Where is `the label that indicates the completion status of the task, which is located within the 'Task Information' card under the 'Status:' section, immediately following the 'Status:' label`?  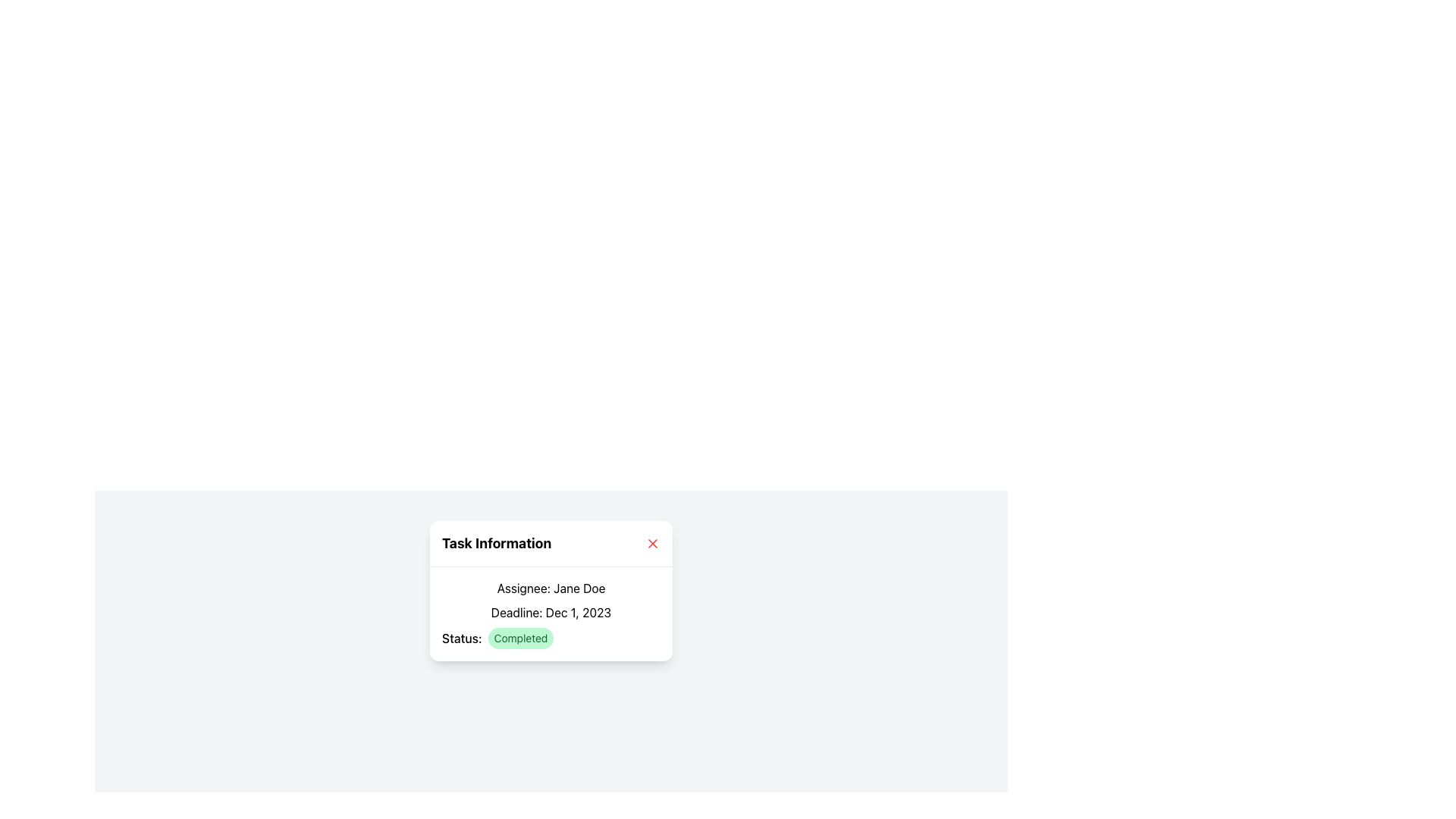
the label that indicates the completion status of the task, which is located within the 'Task Information' card under the 'Status:' section, immediately following the 'Status:' label is located at coordinates (520, 638).